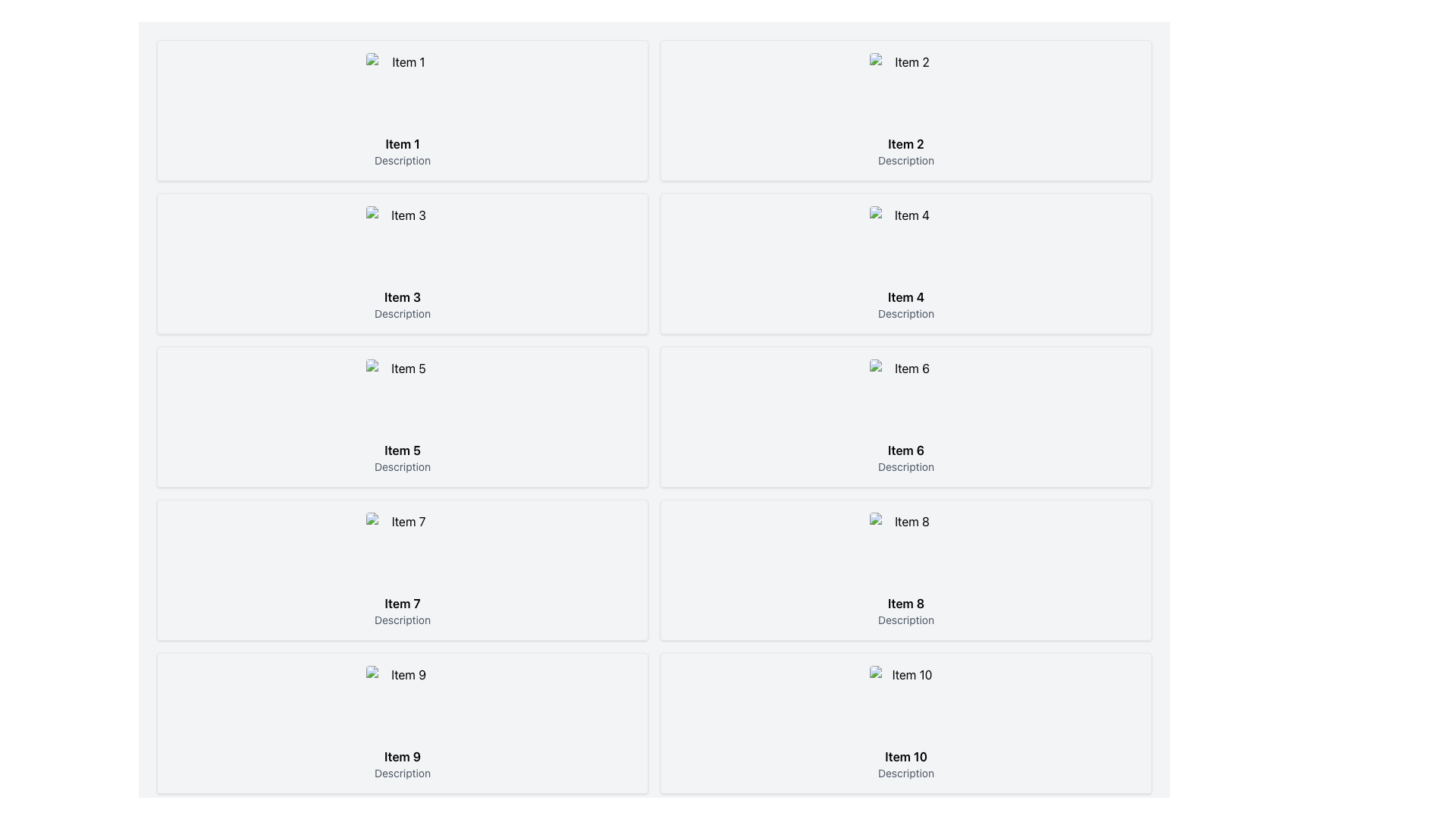 The height and width of the screenshot is (819, 1456). Describe the element at coordinates (403, 297) in the screenshot. I see `the text label located centrally within the third card of a grid layout` at that location.